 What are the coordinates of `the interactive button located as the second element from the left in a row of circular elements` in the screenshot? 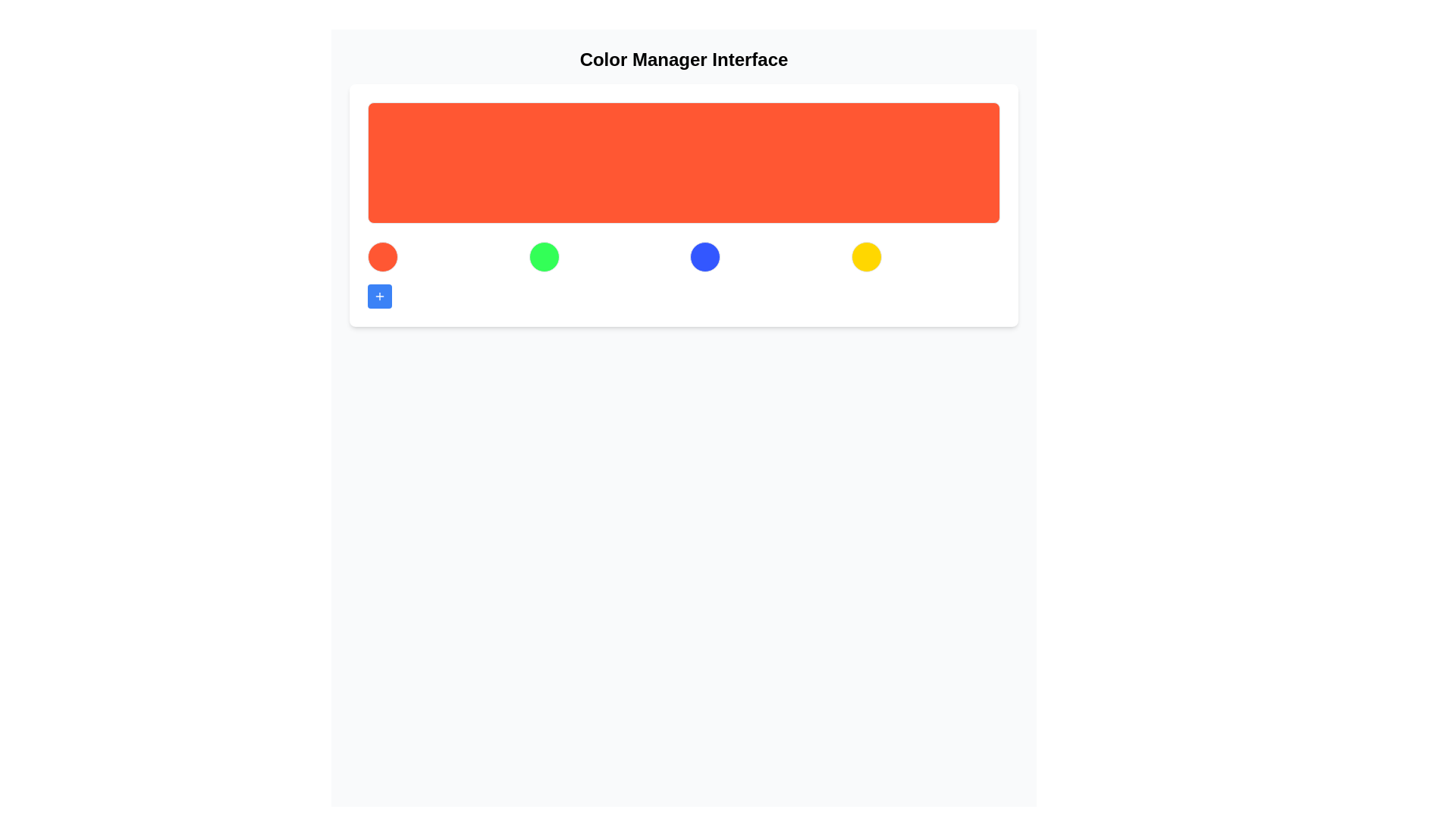 It's located at (544, 256).